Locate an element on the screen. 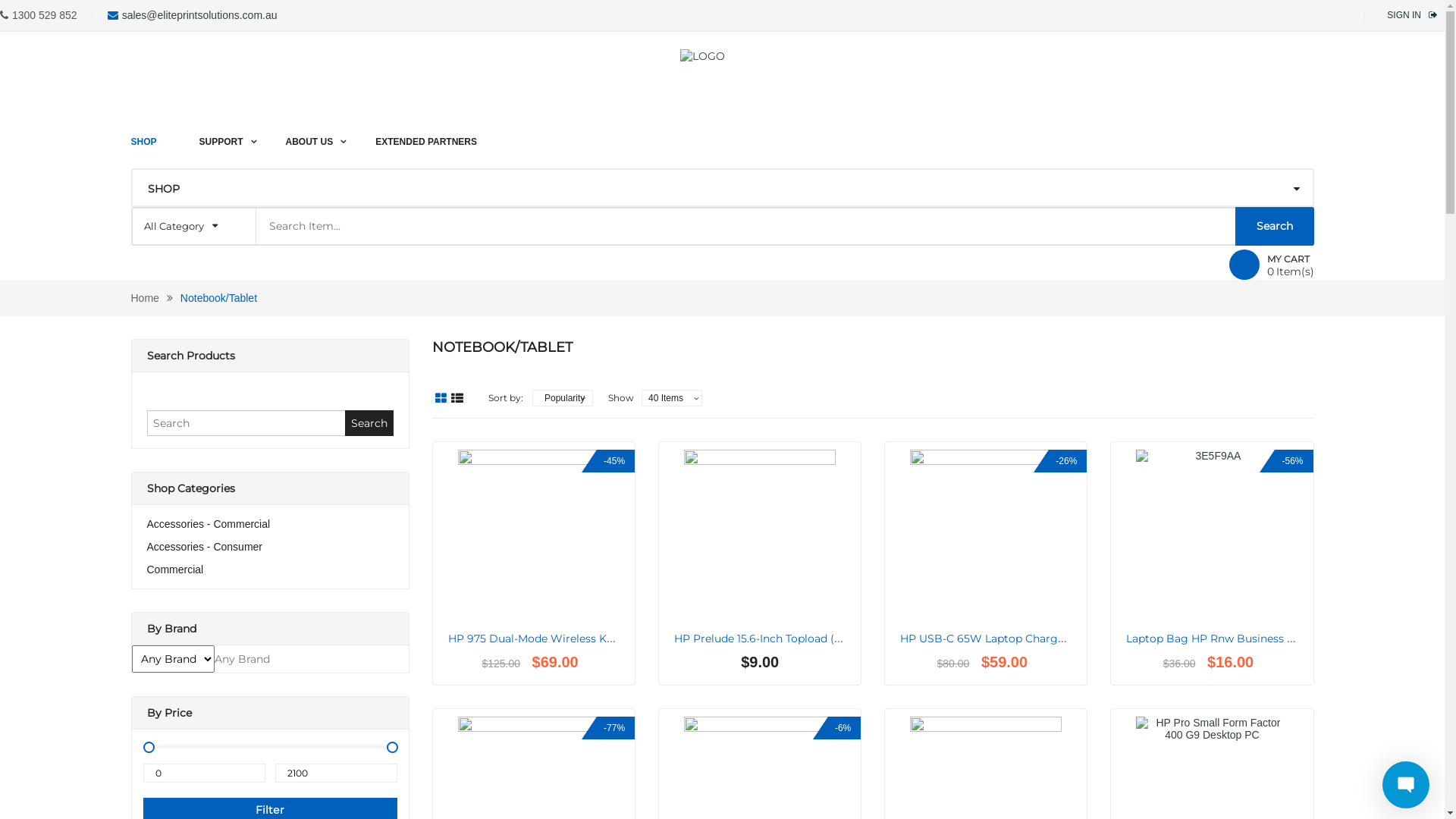  'ABOUT US' is located at coordinates (309, 133).